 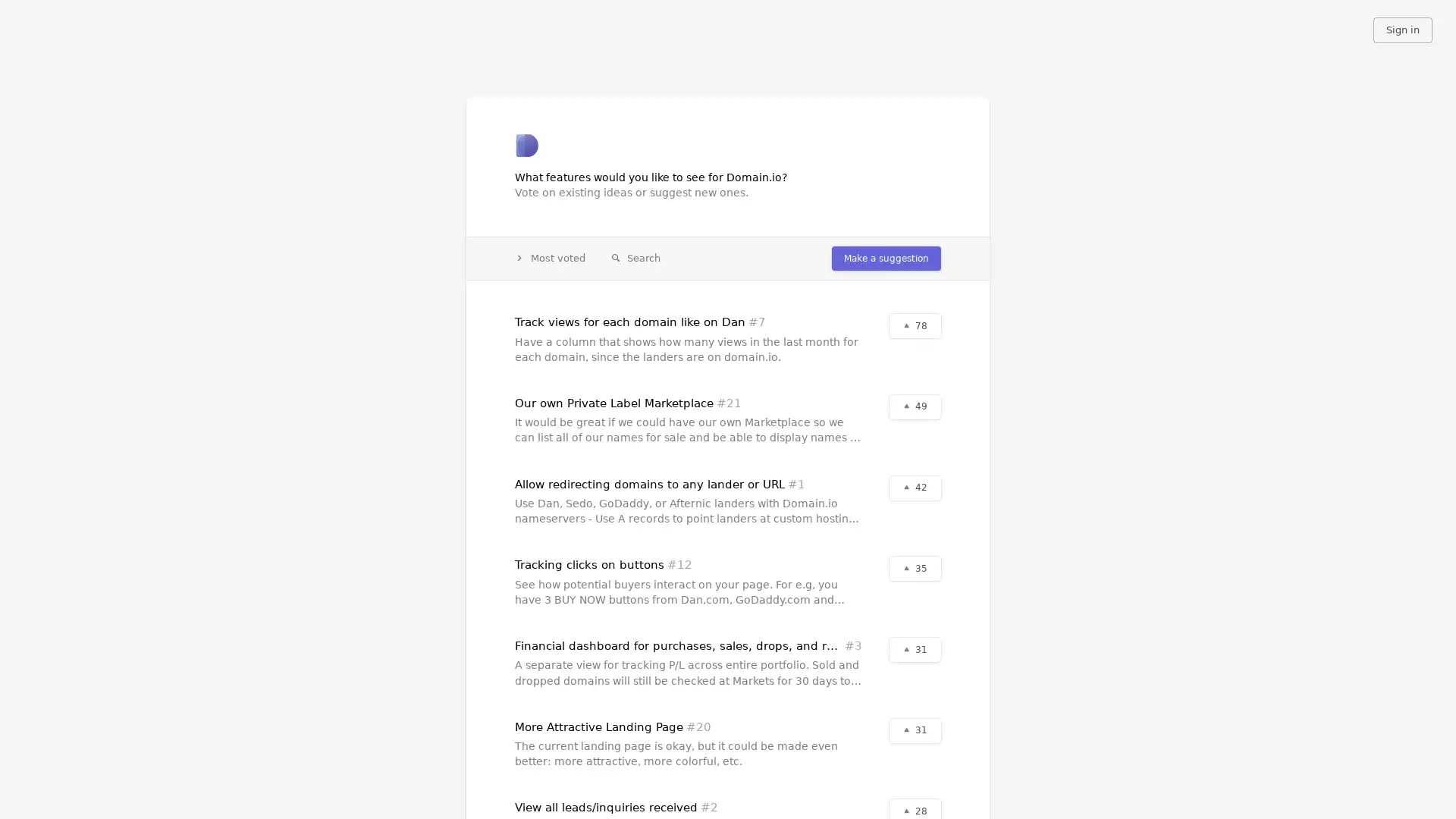 I want to click on 42, so click(x=914, y=488).